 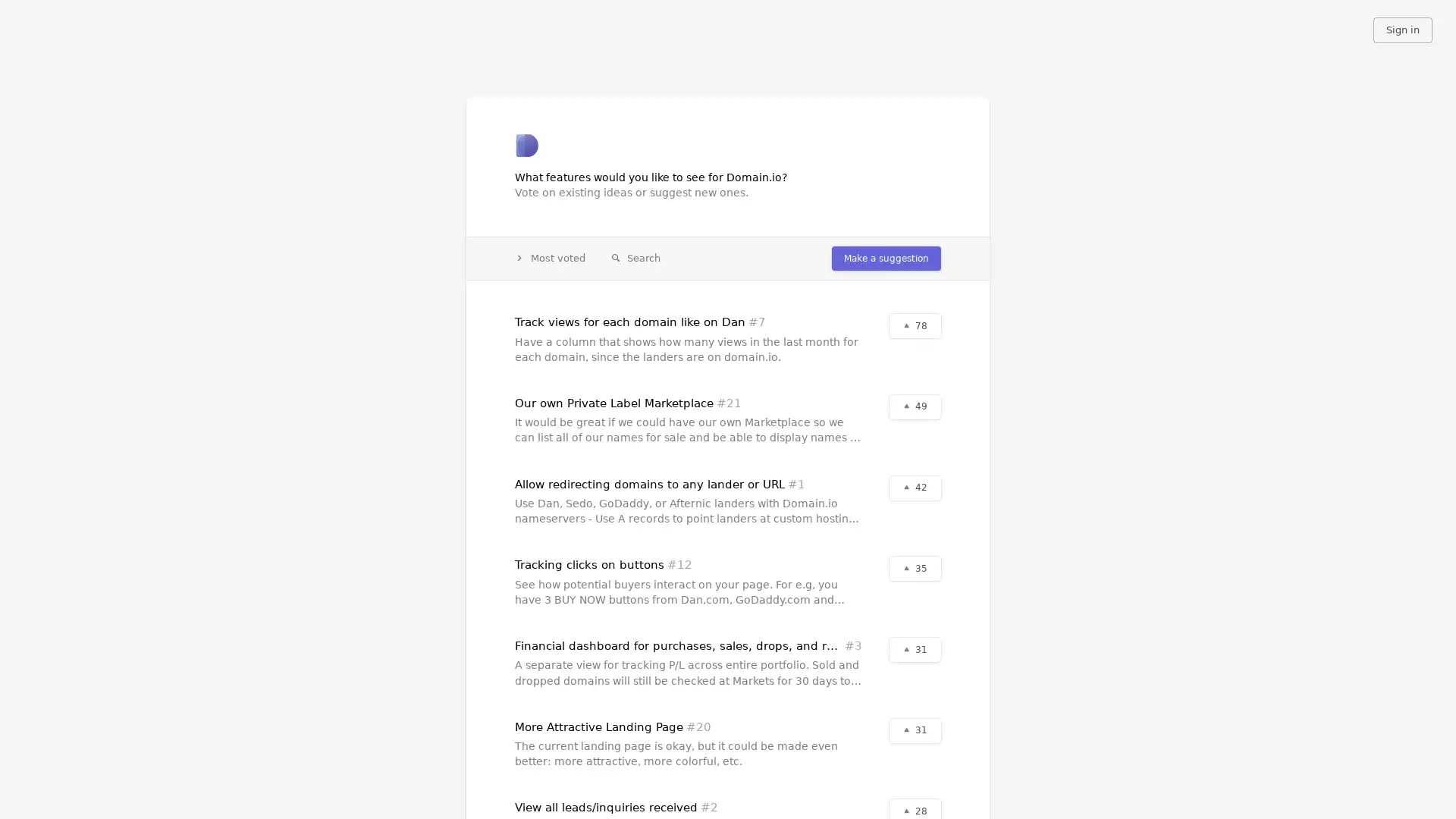 I want to click on 42, so click(x=914, y=488).